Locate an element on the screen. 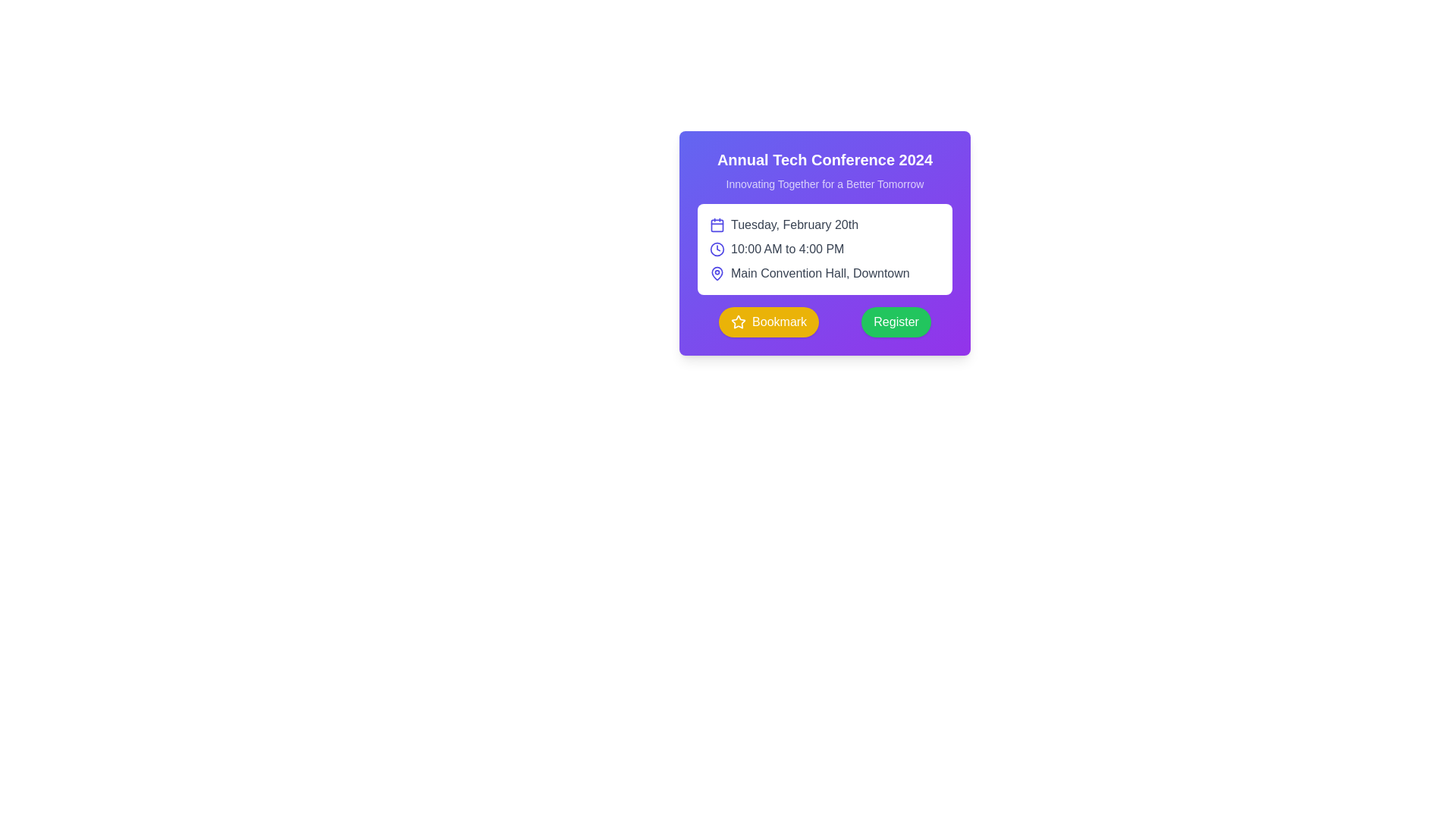  the map pin icon that serves as a location indicator for 'Main Convention Hall, Downtown' by interacting with its center point is located at coordinates (716, 271).